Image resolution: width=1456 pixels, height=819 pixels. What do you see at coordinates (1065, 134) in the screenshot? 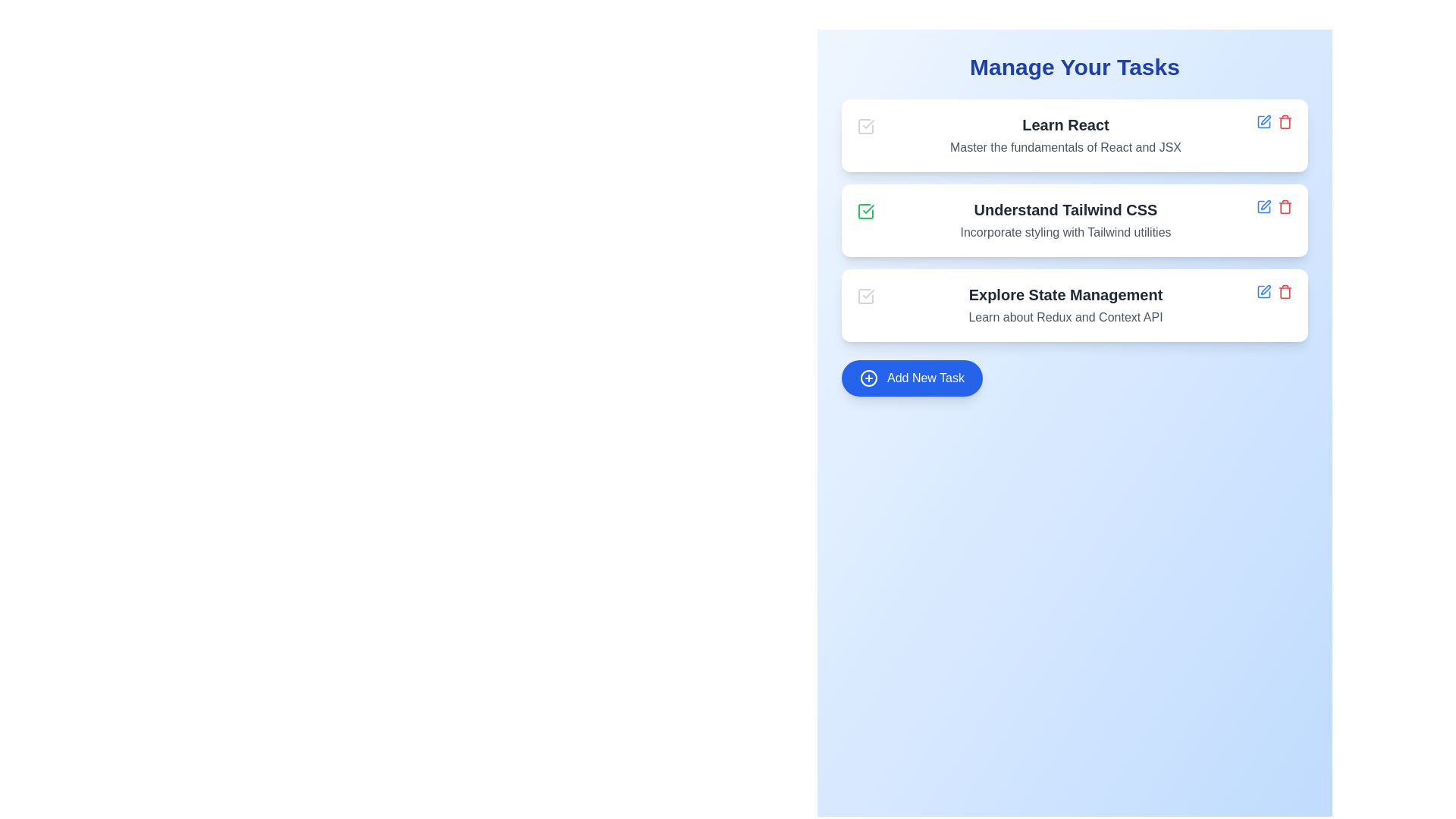
I see `text content of the Text Block that provides the title and brief description for a task related to studying React, located in the first task card under 'Manage Your Tasks'` at bounding box center [1065, 134].